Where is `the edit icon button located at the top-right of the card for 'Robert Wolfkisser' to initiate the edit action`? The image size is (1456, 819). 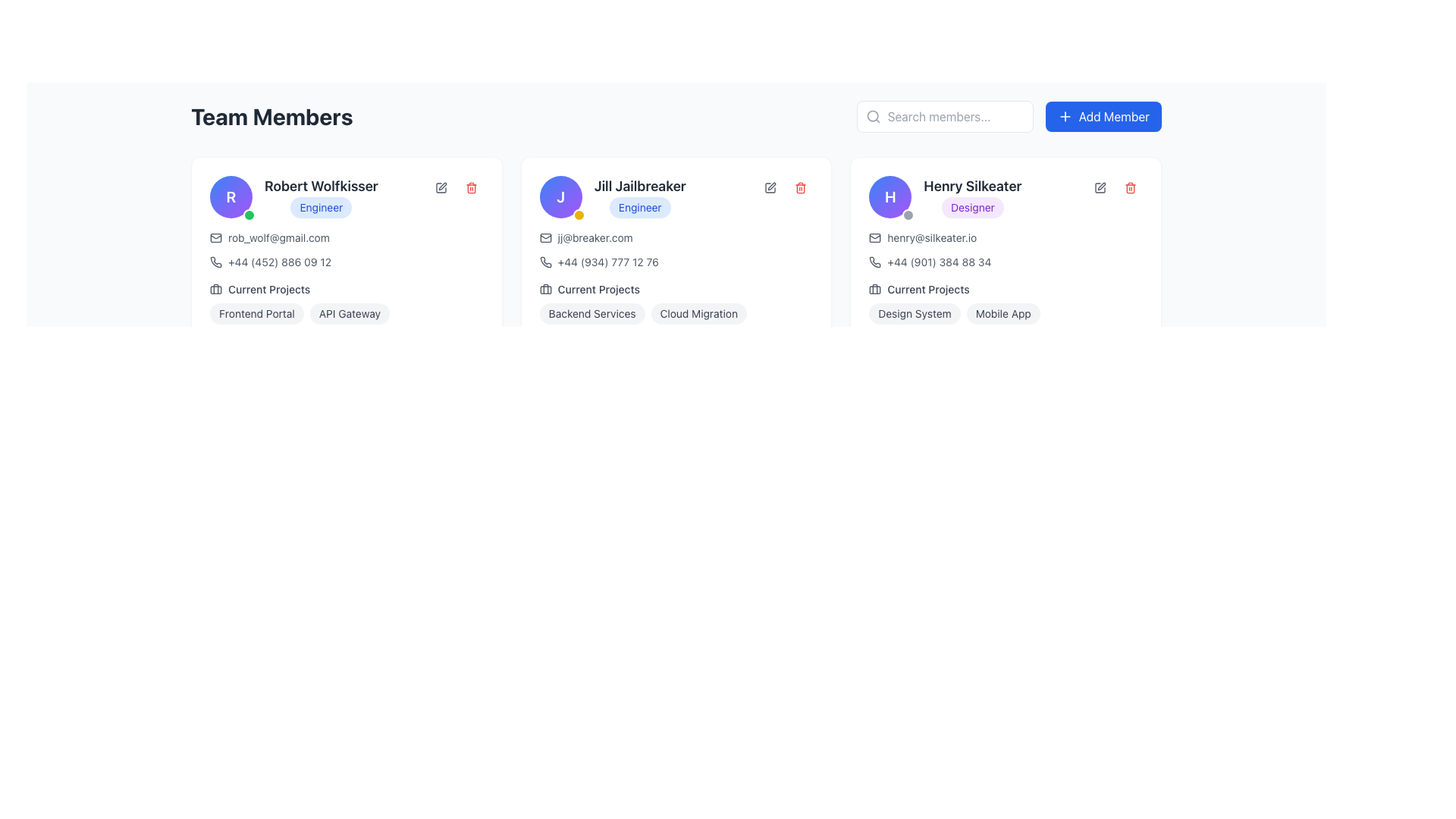
the edit icon button located at the top-right of the card for 'Robert Wolfkisser' to initiate the edit action is located at coordinates (440, 187).